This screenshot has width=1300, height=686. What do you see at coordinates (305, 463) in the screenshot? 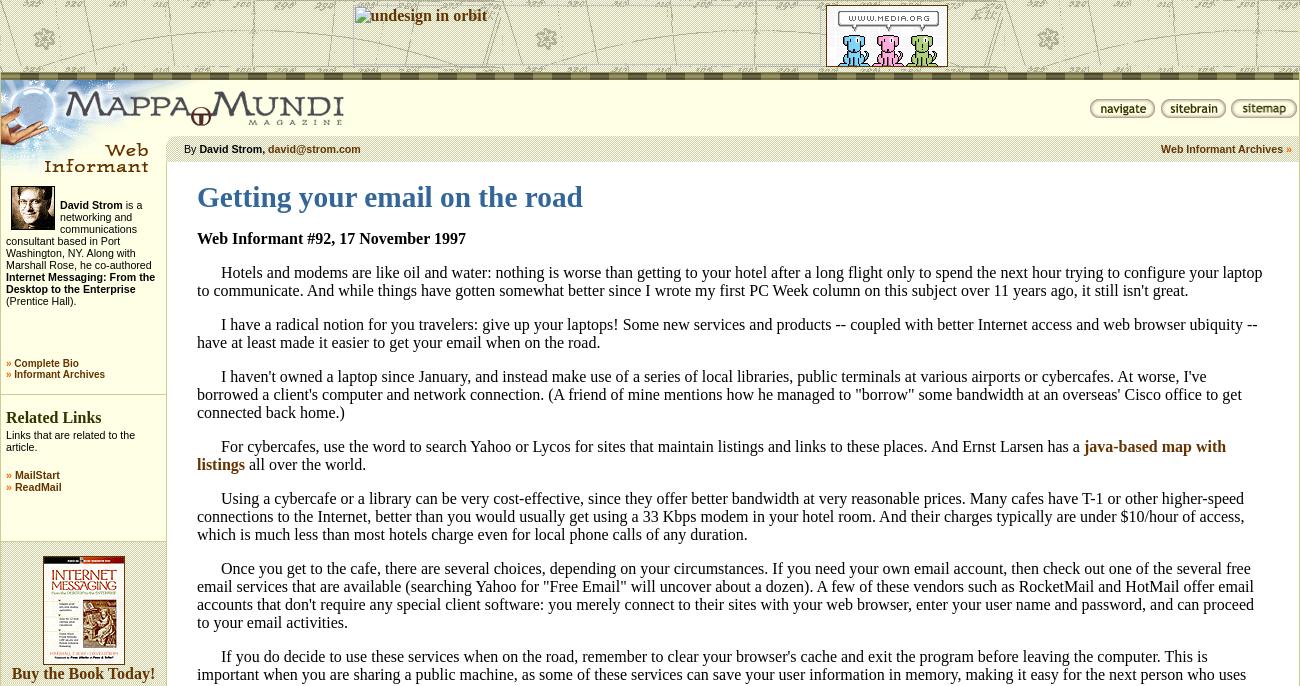
I see `'all over the world.'` at bounding box center [305, 463].